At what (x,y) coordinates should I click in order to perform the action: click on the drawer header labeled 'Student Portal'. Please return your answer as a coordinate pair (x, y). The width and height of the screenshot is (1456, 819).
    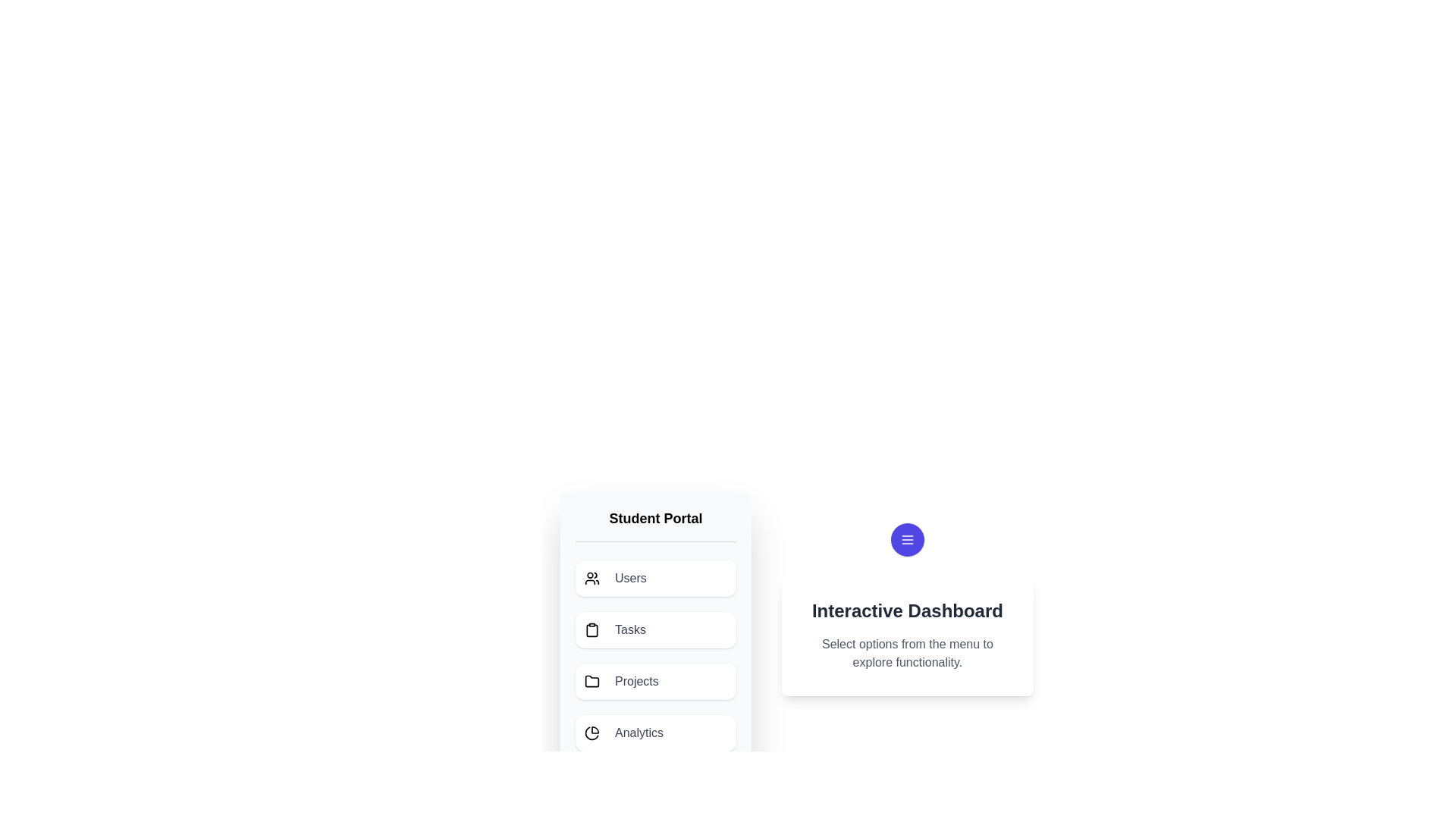
    Looking at the image, I should click on (655, 524).